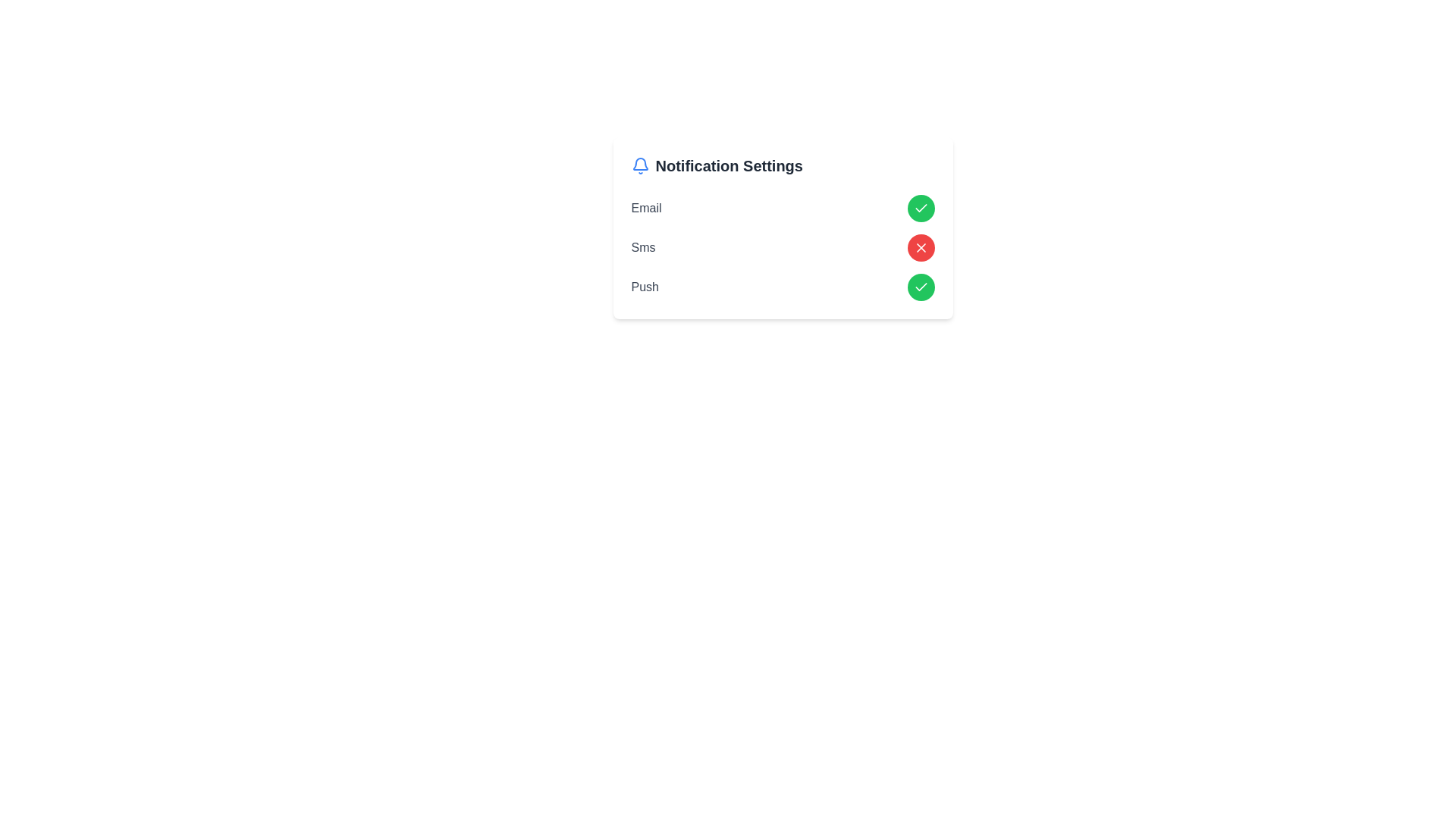  Describe the element at coordinates (920, 287) in the screenshot. I see `the Push notification setting icon, which is the third item in the third row of the Notification Settings card with a green background` at that location.